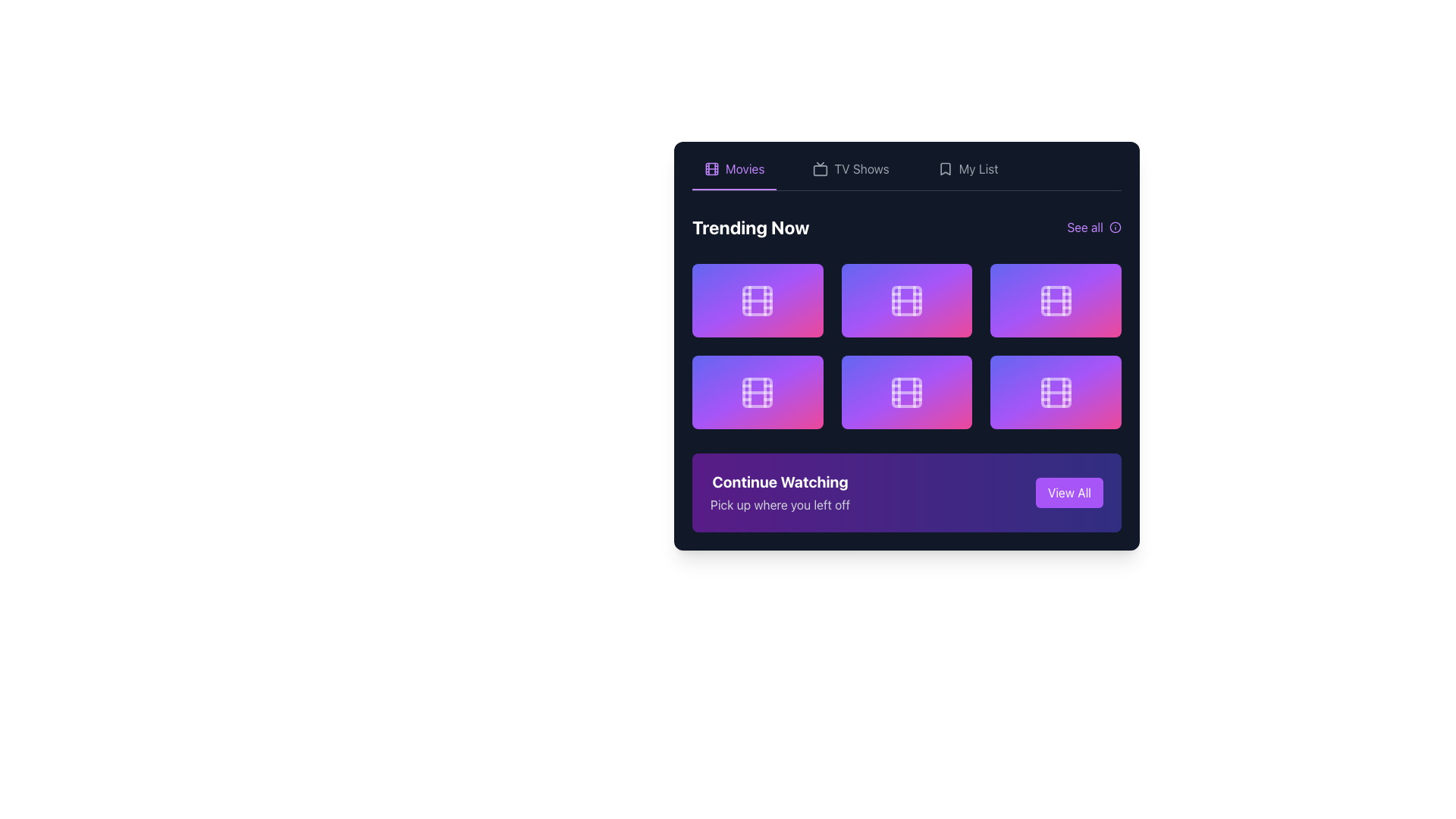 The image size is (1456, 819). What do you see at coordinates (906, 300) in the screenshot?
I see `the image button representing a specific media item located in the second column of the first row within a grid layout` at bounding box center [906, 300].